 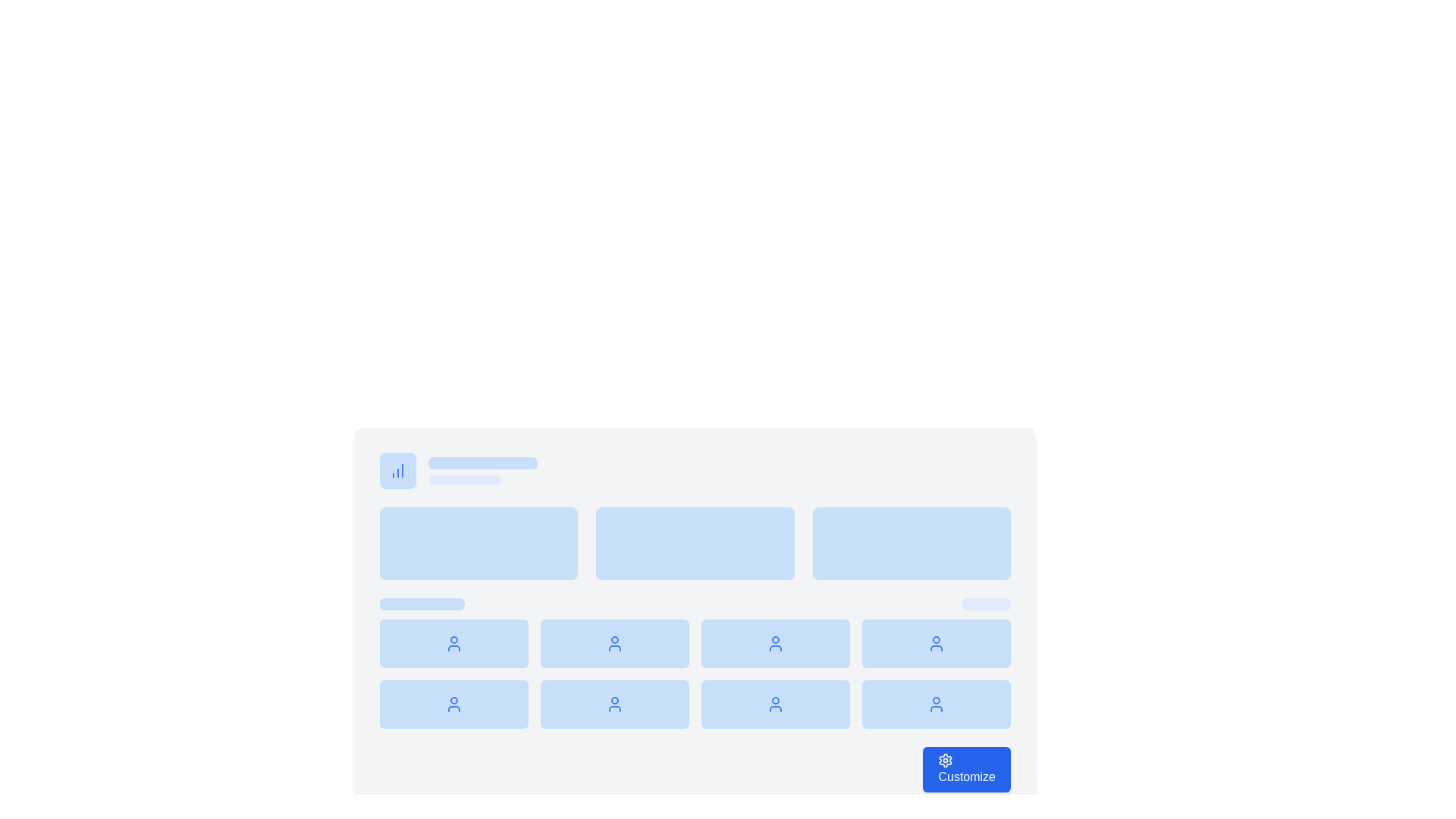 What do you see at coordinates (935, 643) in the screenshot?
I see `the fourth item in the last row of a grid layout, which is a clickable user card with a light blue background and a small blue user icon at its center` at bounding box center [935, 643].